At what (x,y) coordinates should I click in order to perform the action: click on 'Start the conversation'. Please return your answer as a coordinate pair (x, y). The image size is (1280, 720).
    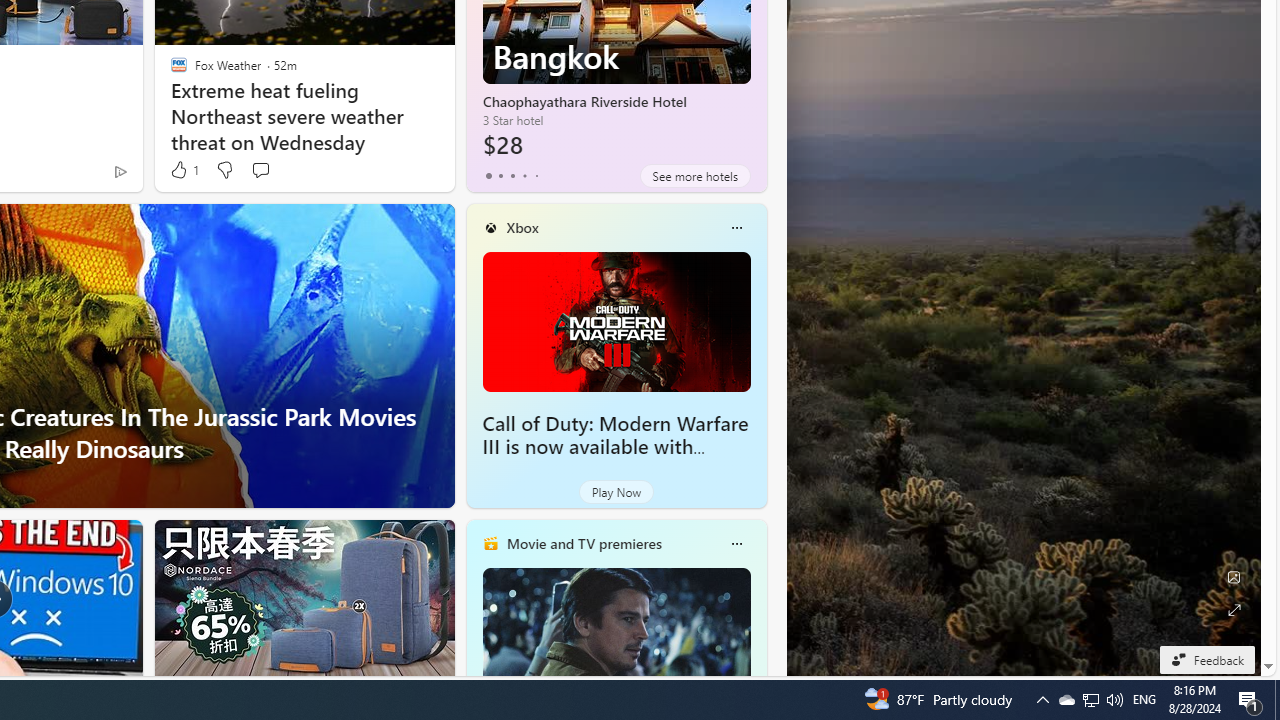
    Looking at the image, I should click on (259, 169).